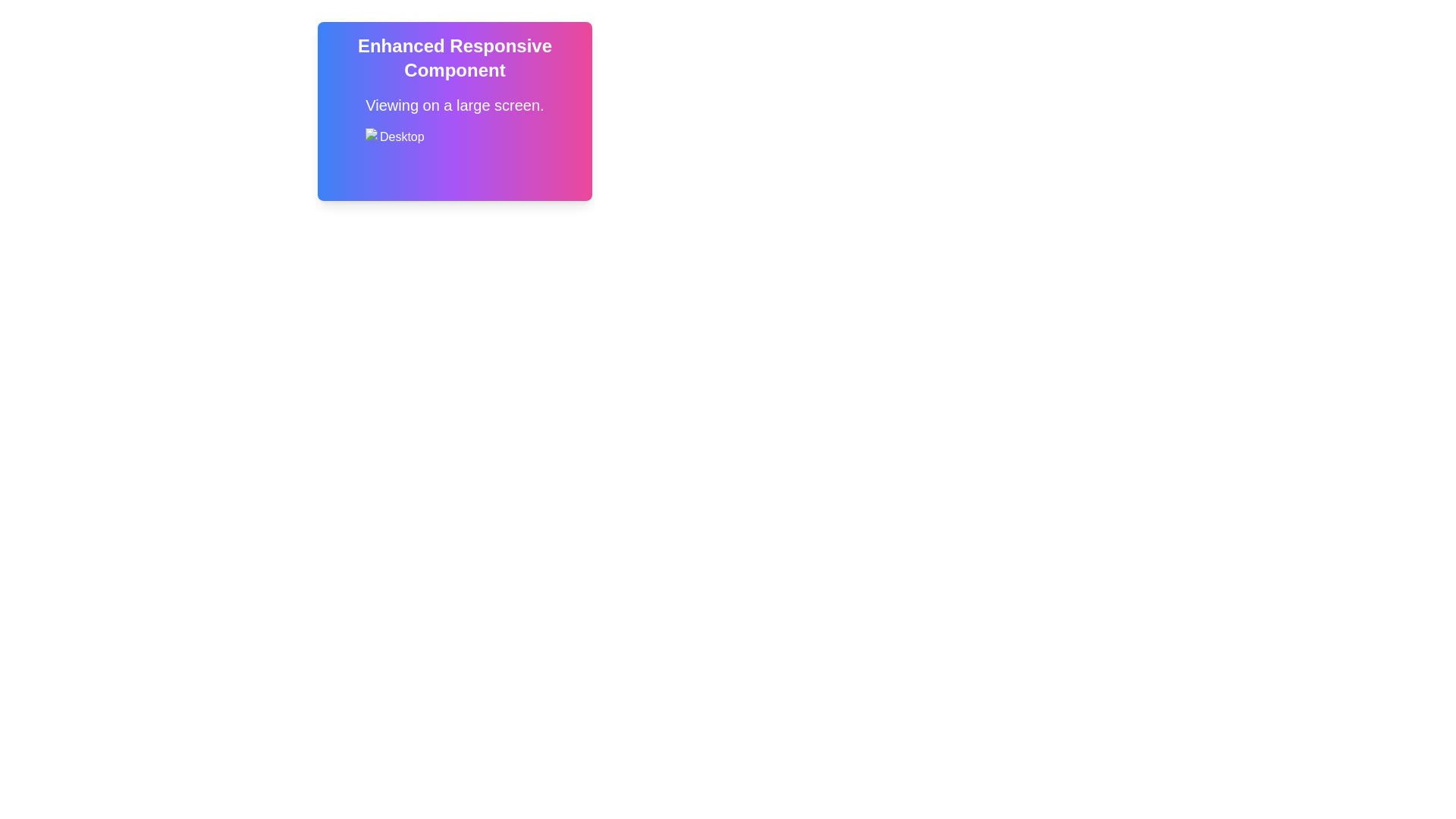 The width and height of the screenshot is (1456, 819). Describe the element at coordinates (454, 104) in the screenshot. I see `the informational text located below the title text and above the 'Desktop' icon` at that location.